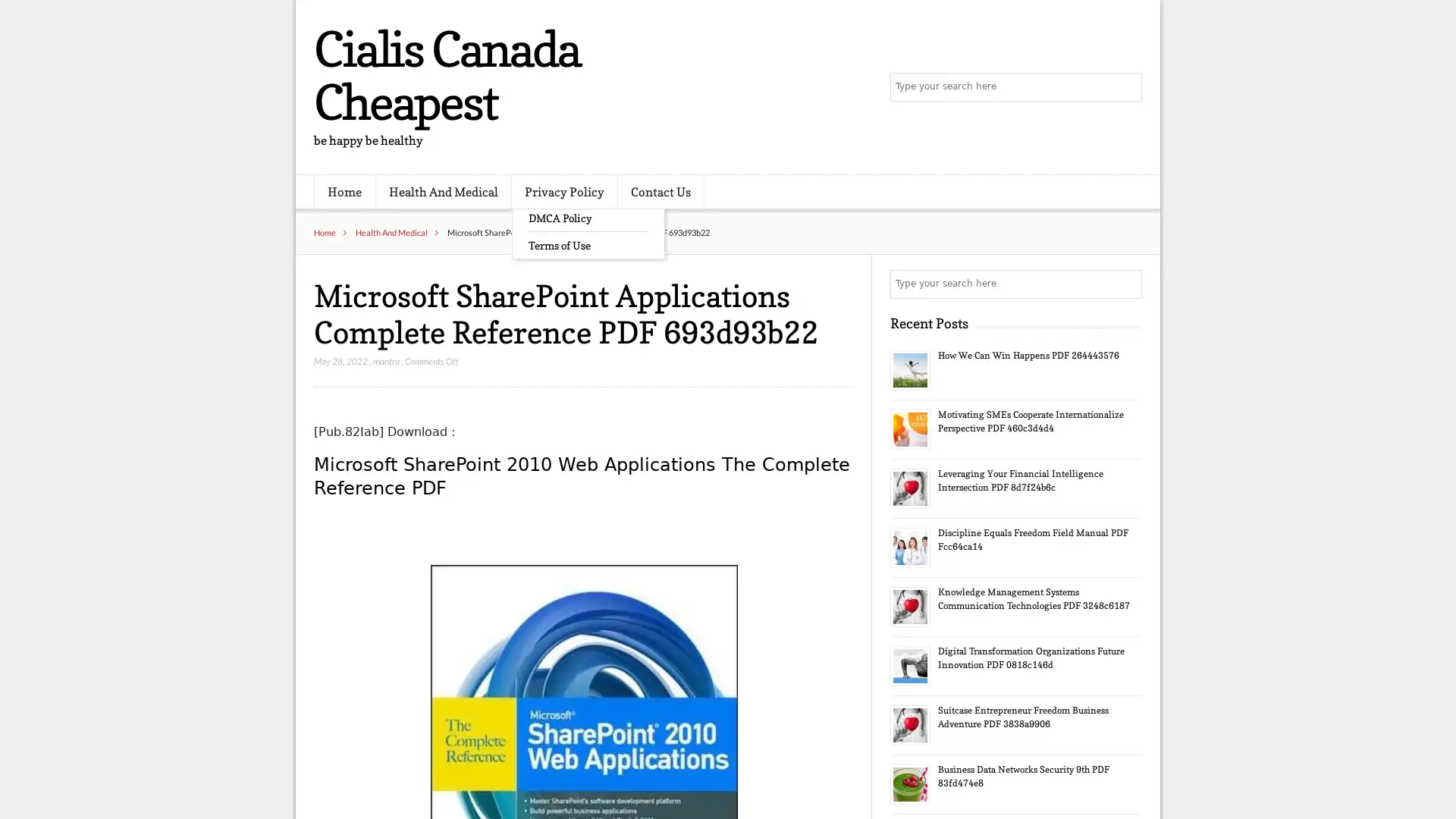  I want to click on Search, so click(1126, 284).